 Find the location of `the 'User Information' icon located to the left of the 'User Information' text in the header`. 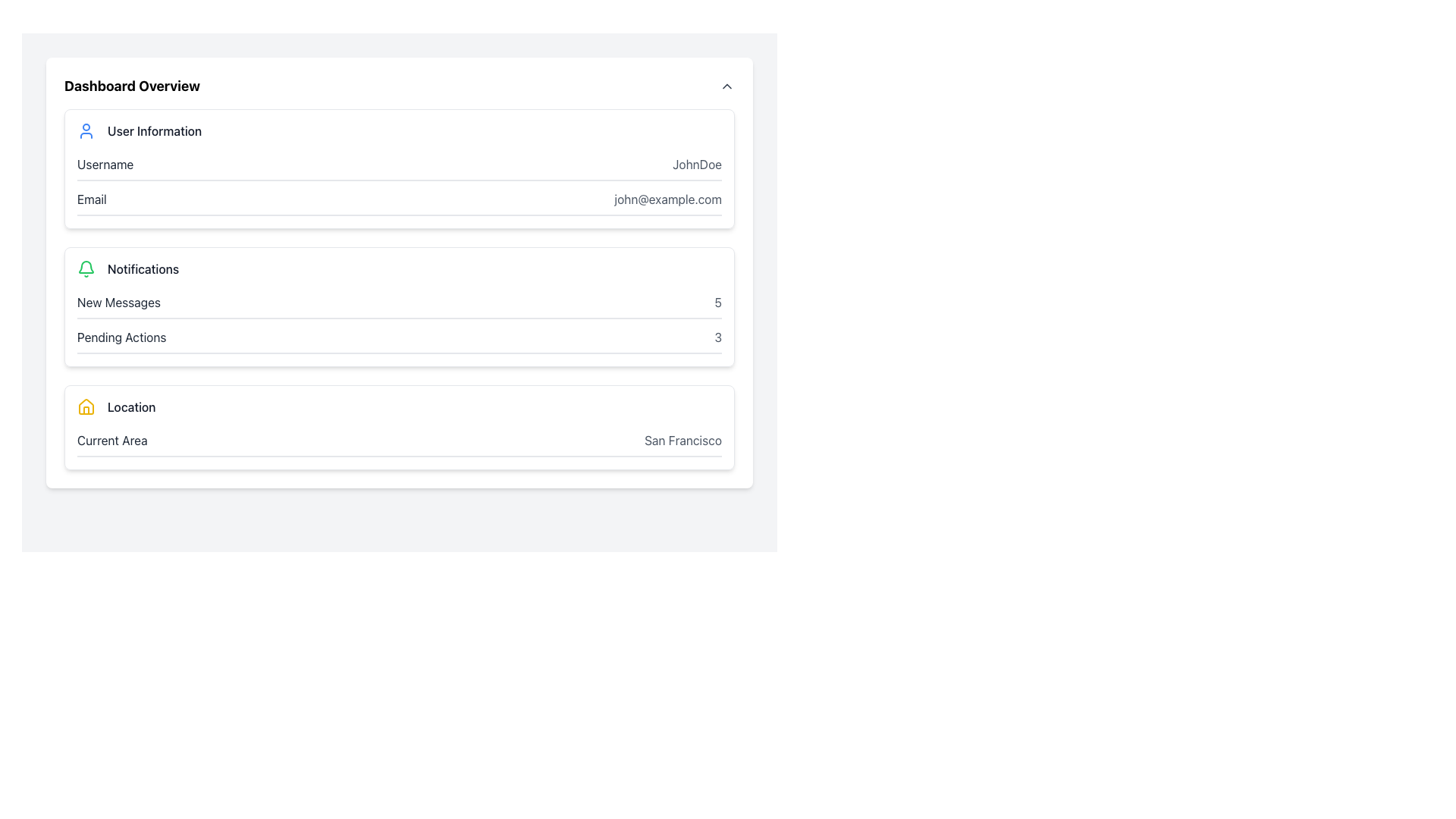

the 'User Information' icon located to the left of the 'User Information' text in the header is located at coordinates (86, 130).